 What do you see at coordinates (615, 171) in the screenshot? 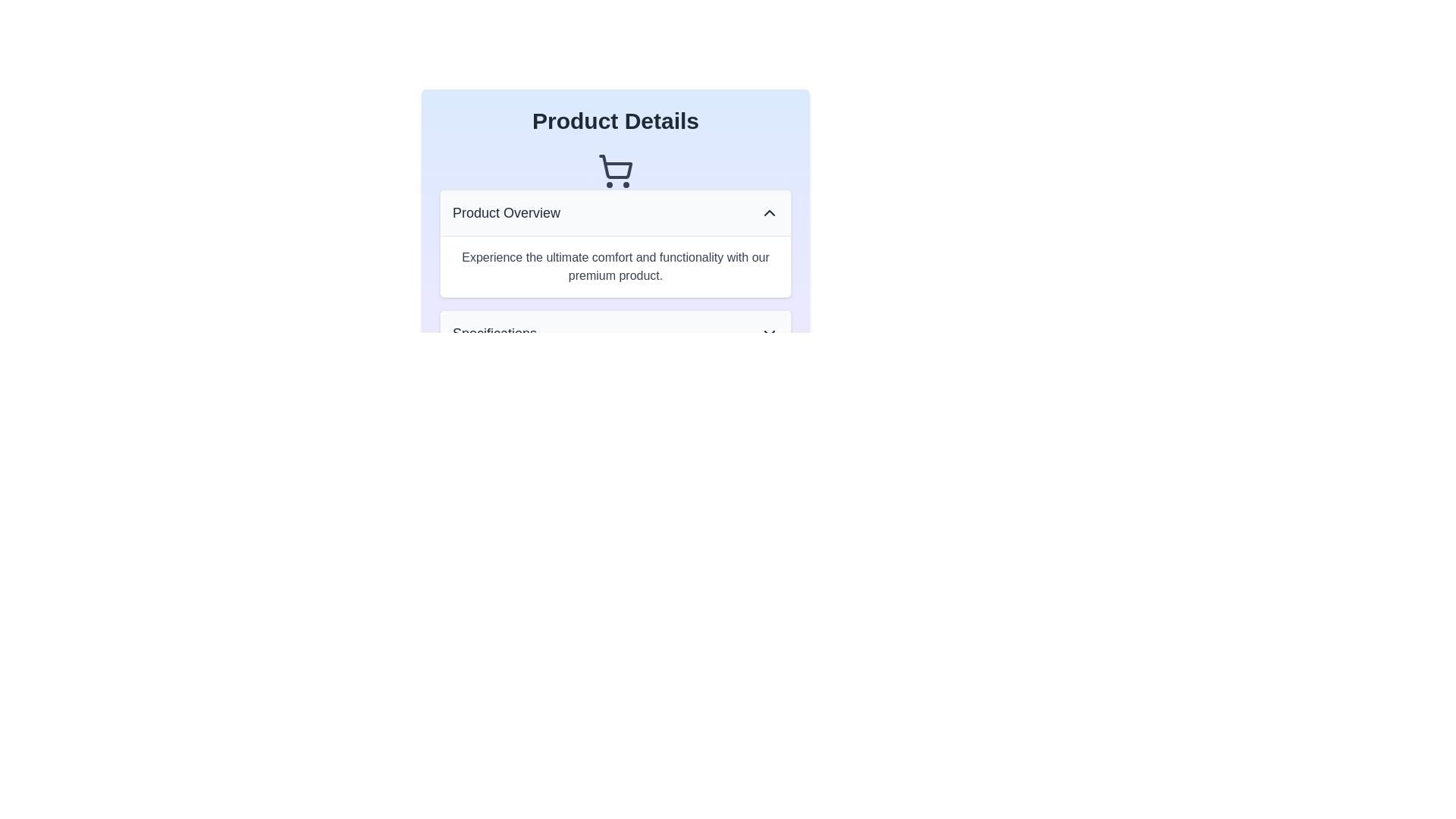
I see `the shopping cart icon located in the 'Product Details' section, positioned beneath the header and above the 'Product Overview' content block` at bounding box center [615, 171].